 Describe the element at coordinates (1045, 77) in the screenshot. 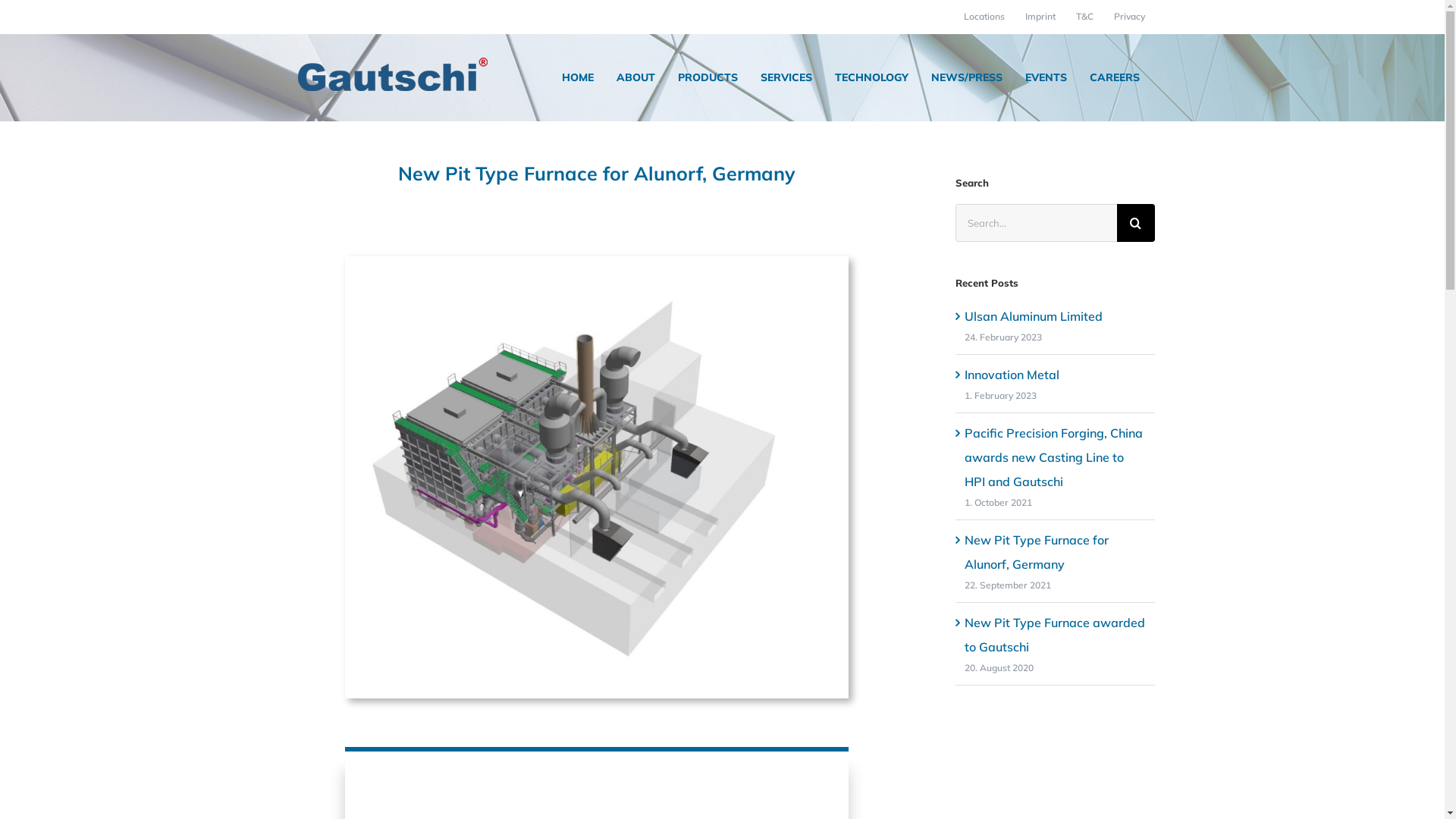

I see `'EVENTS'` at that location.